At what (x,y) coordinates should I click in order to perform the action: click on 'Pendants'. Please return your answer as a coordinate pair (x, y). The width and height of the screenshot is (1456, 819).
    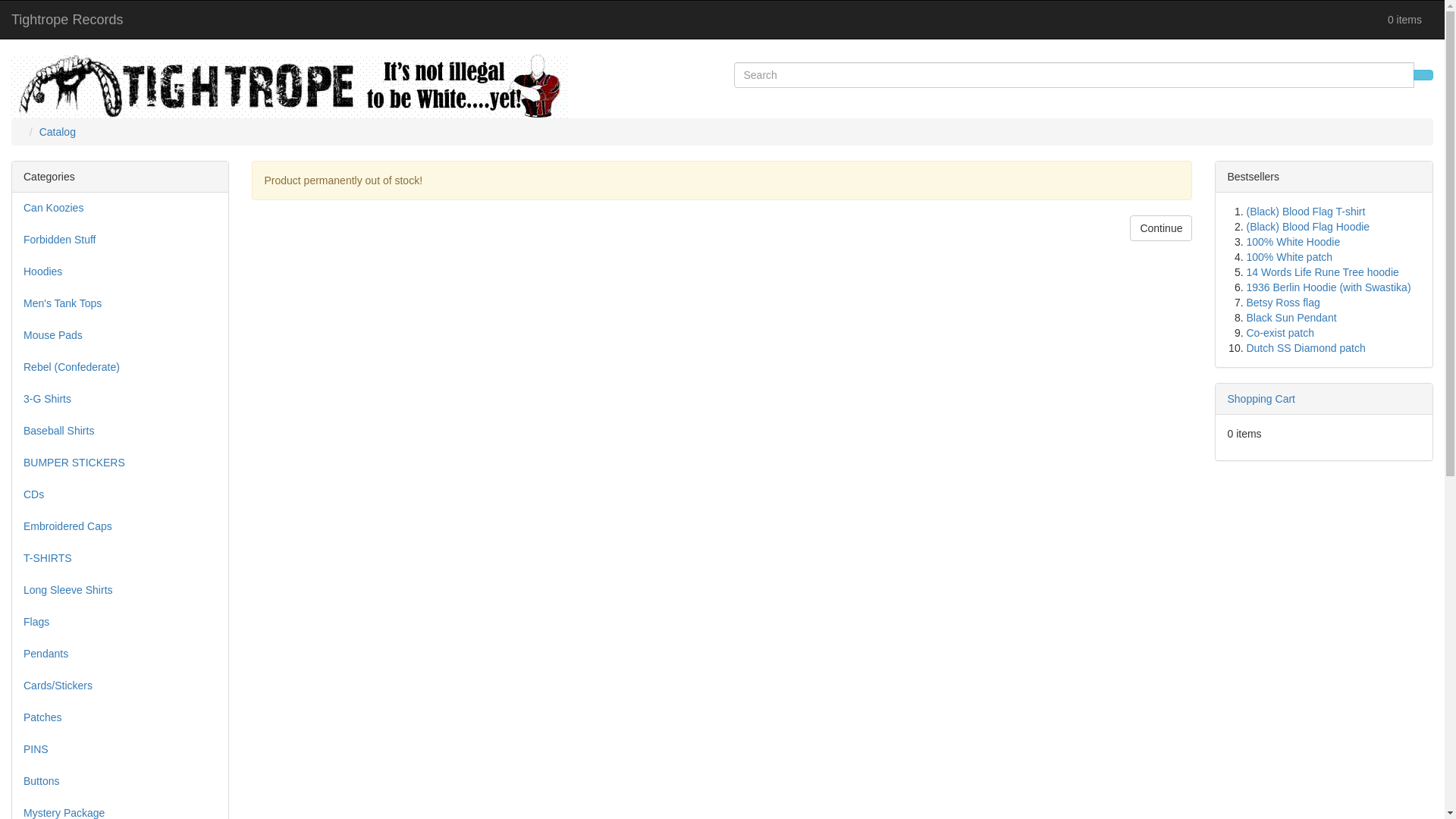
    Looking at the image, I should click on (11, 652).